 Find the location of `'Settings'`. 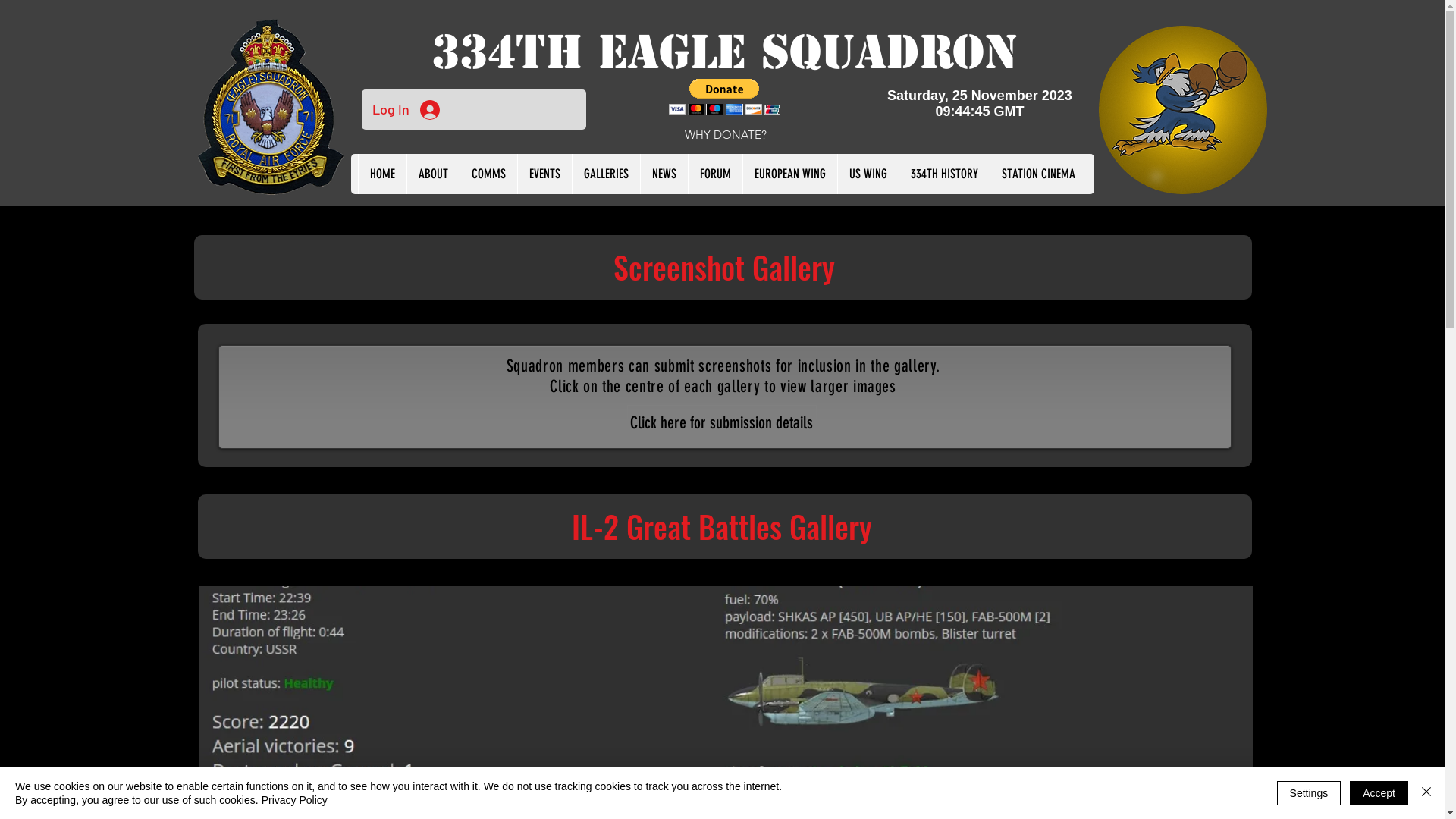

'Settings' is located at coordinates (1308, 792).